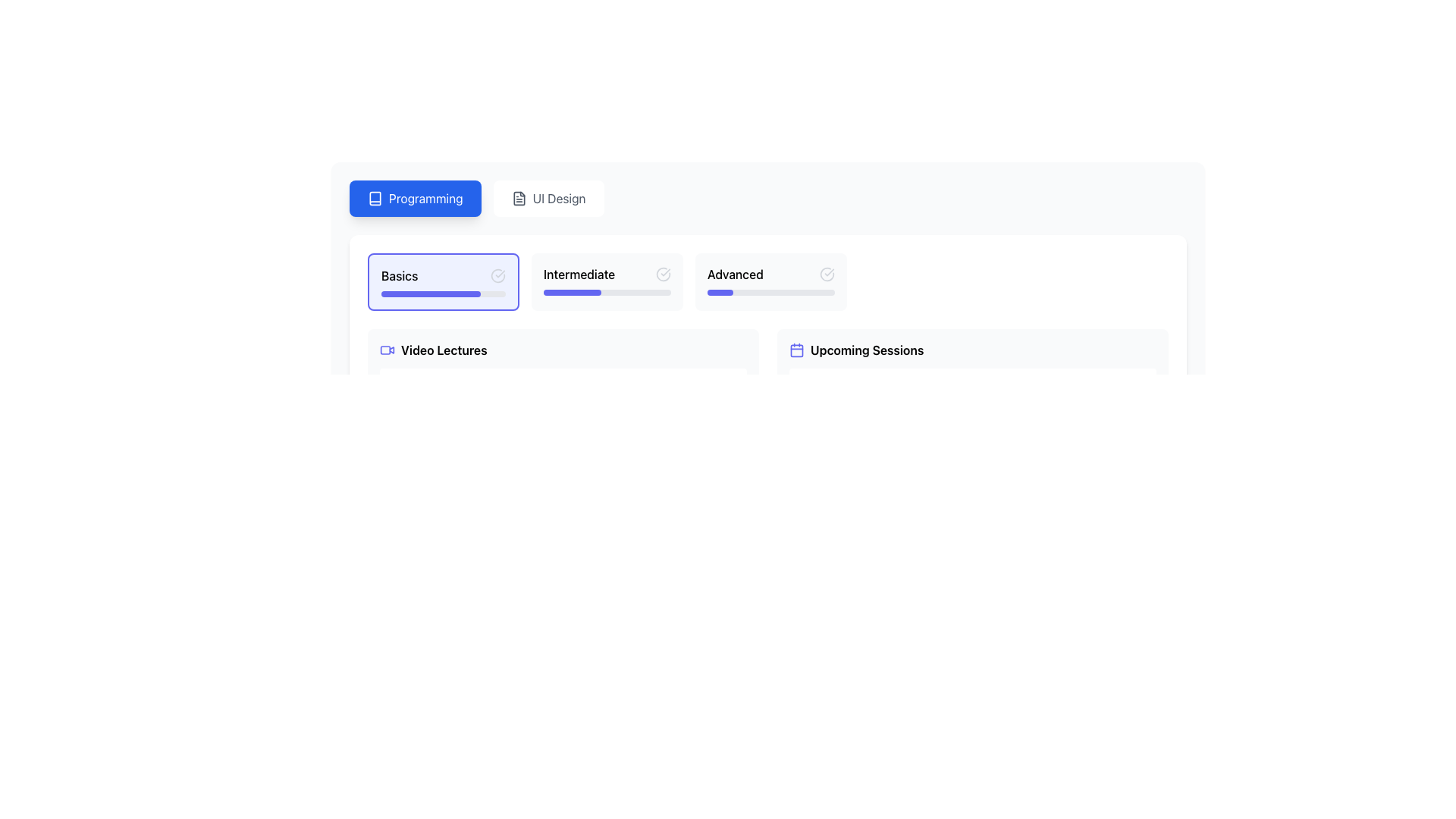 The height and width of the screenshot is (819, 1456). Describe the element at coordinates (771, 292) in the screenshot. I see `the progress bar indicating the completion percentage for the 'Advanced' level, located at the bottom of the 'Advanced' card` at that location.